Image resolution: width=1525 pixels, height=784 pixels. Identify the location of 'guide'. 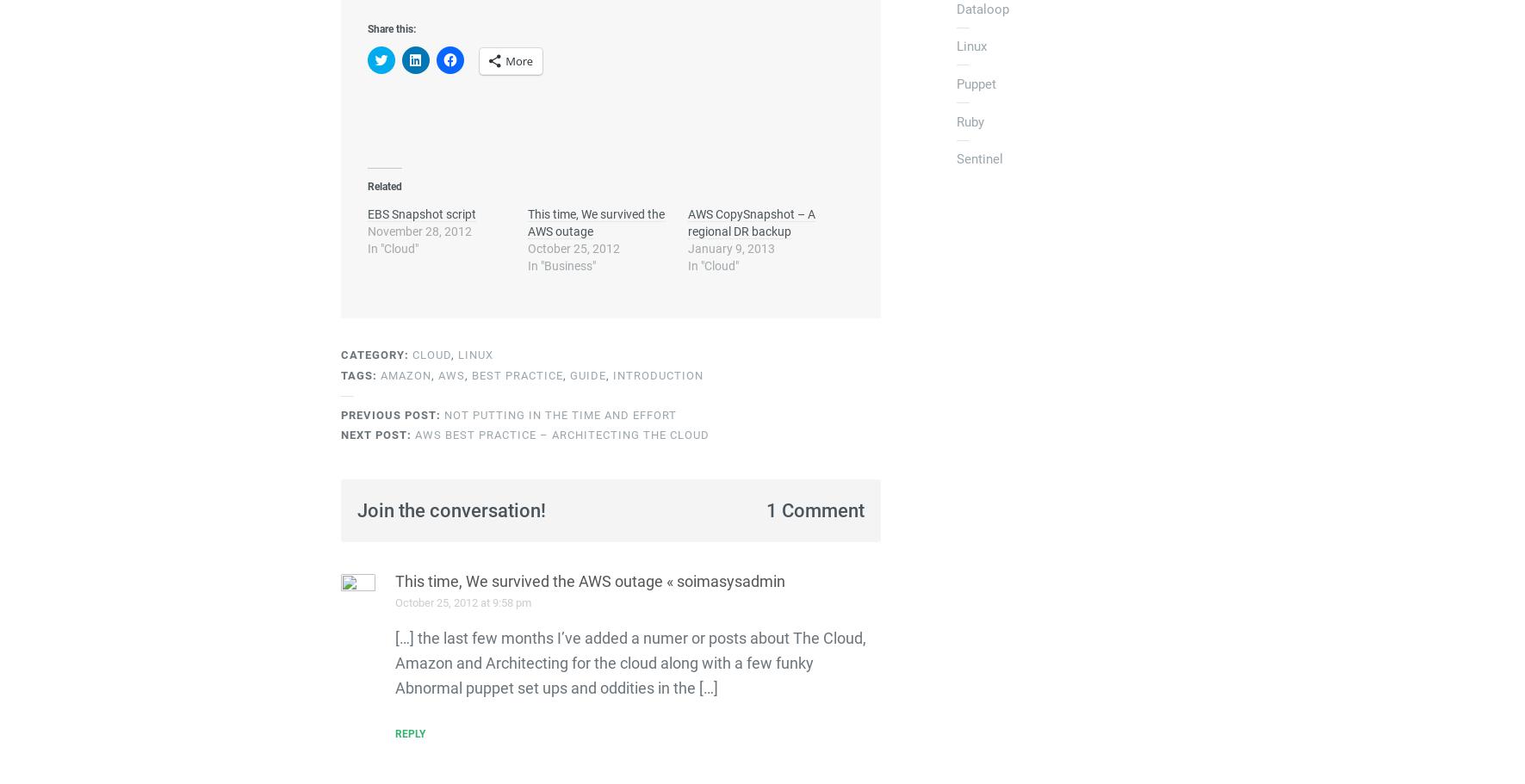
(587, 374).